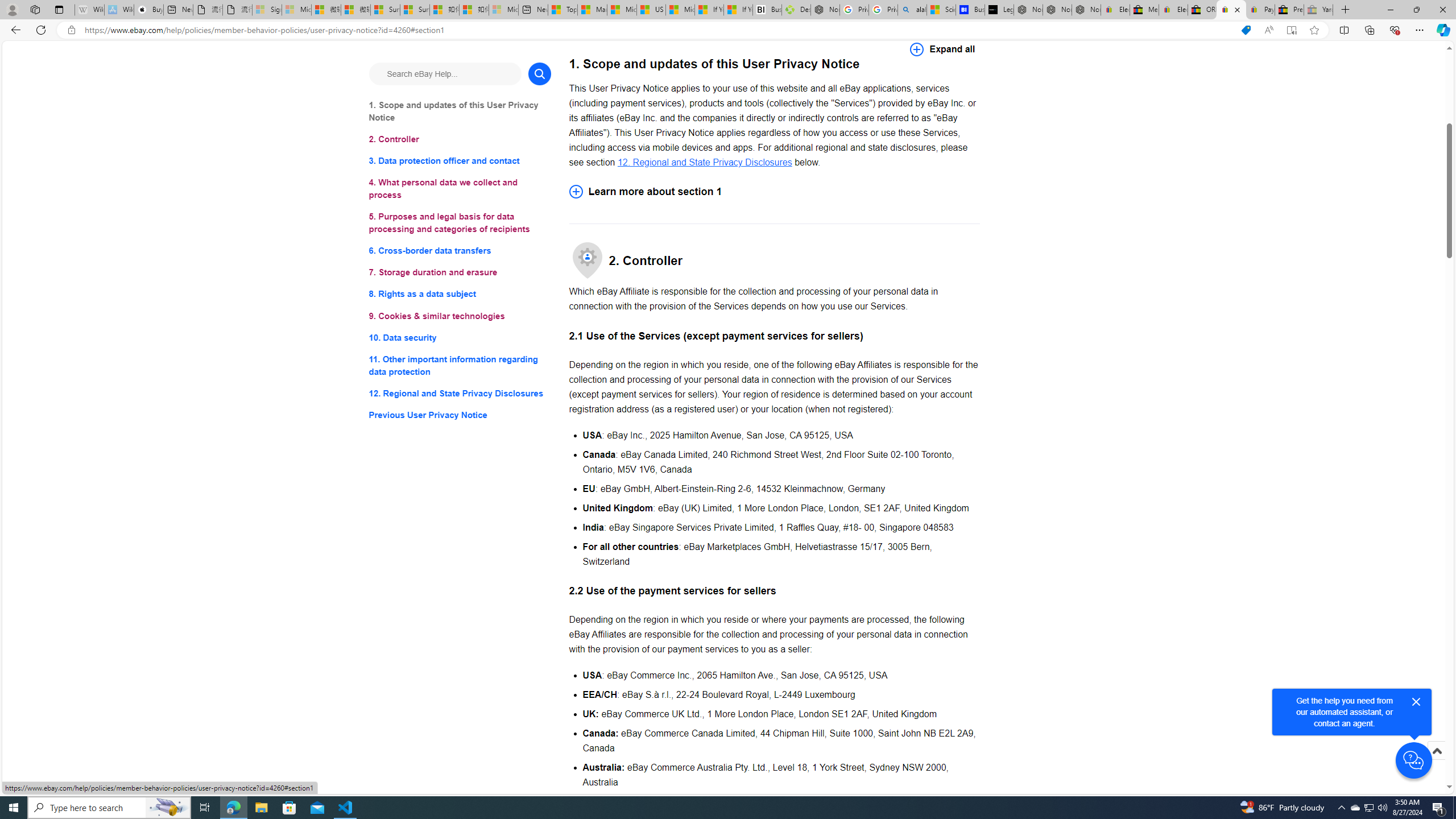 This screenshot has height=819, width=1456. I want to click on '6. Cross-border data transfers', so click(459, 251).